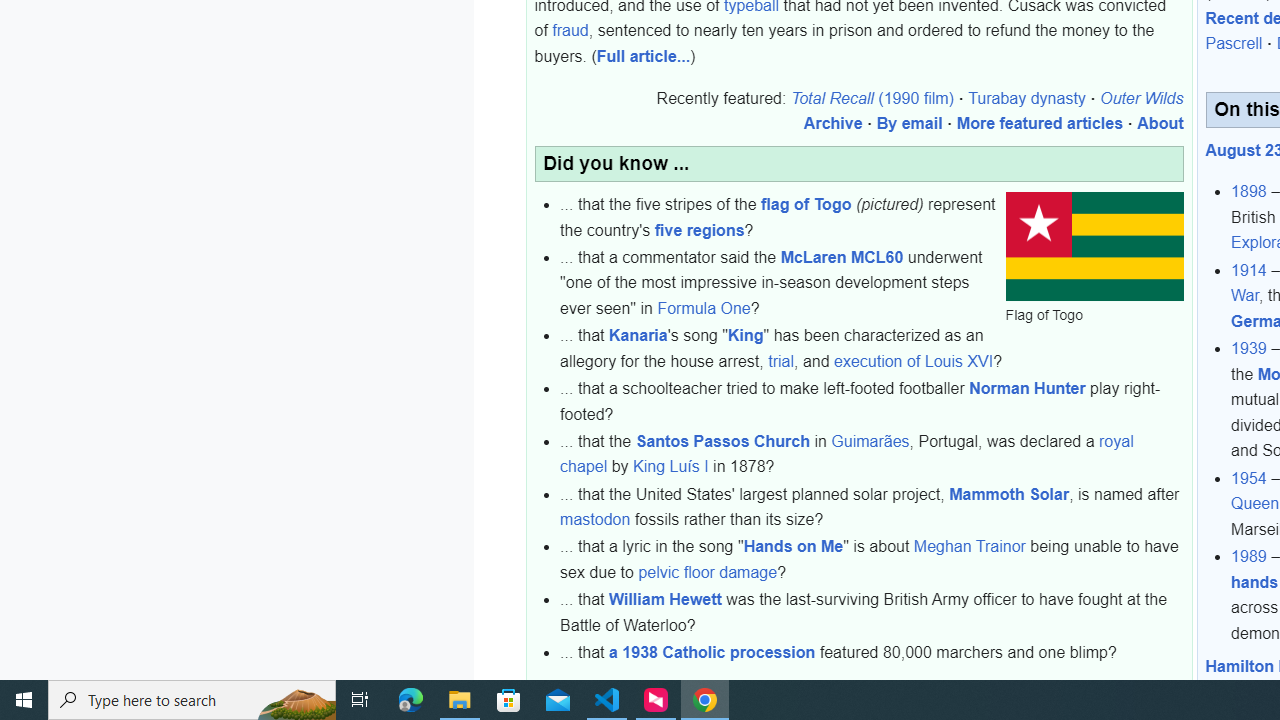 This screenshot has width=1280, height=720. I want to click on 'a 1938 Catholic procession', so click(712, 651).